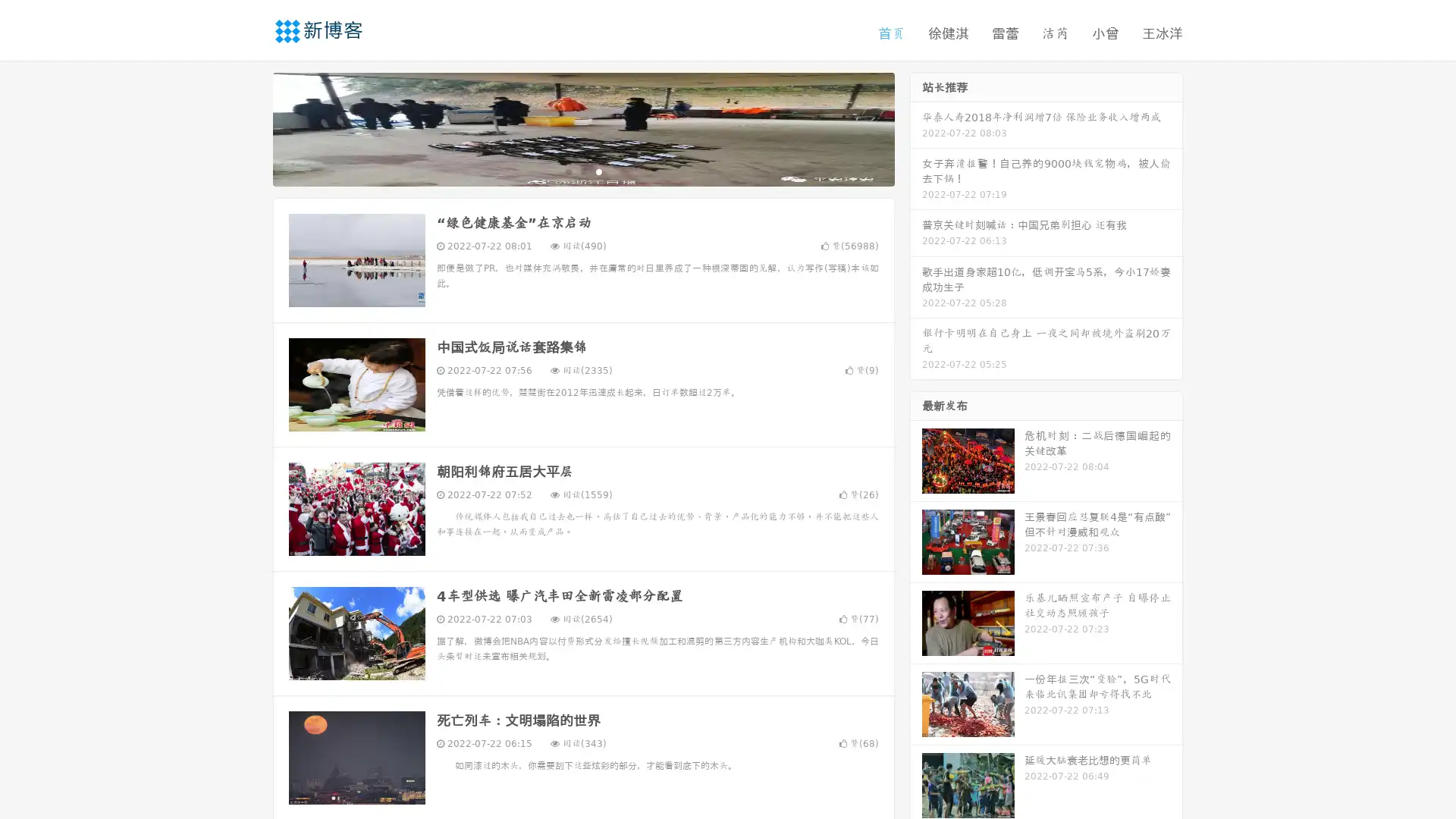 This screenshot has height=819, width=1456. I want to click on Next slide, so click(916, 127).